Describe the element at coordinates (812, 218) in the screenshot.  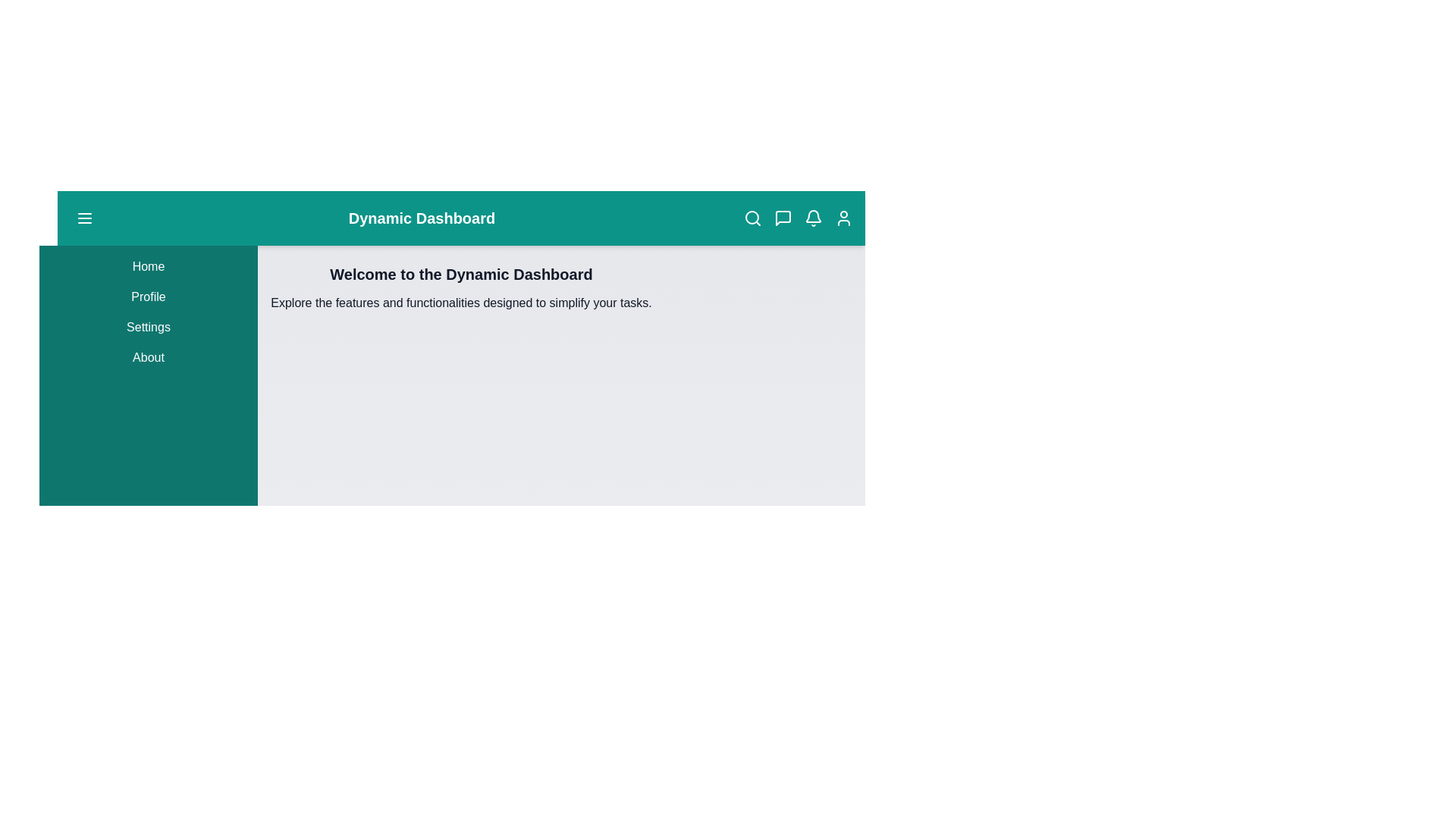
I see `the notification icon in the app bar` at that location.